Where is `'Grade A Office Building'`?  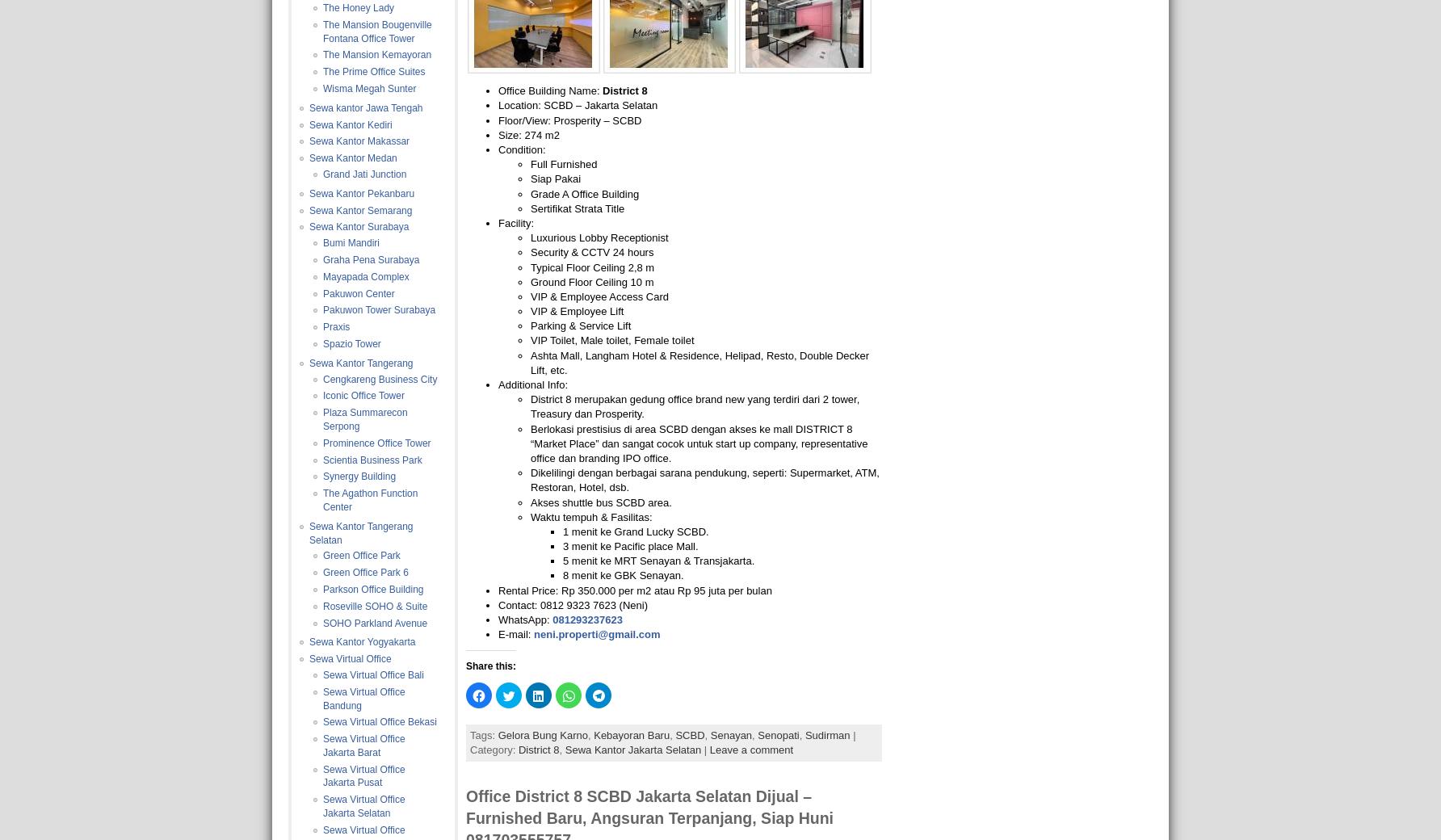 'Grade A Office Building' is located at coordinates (584, 193).